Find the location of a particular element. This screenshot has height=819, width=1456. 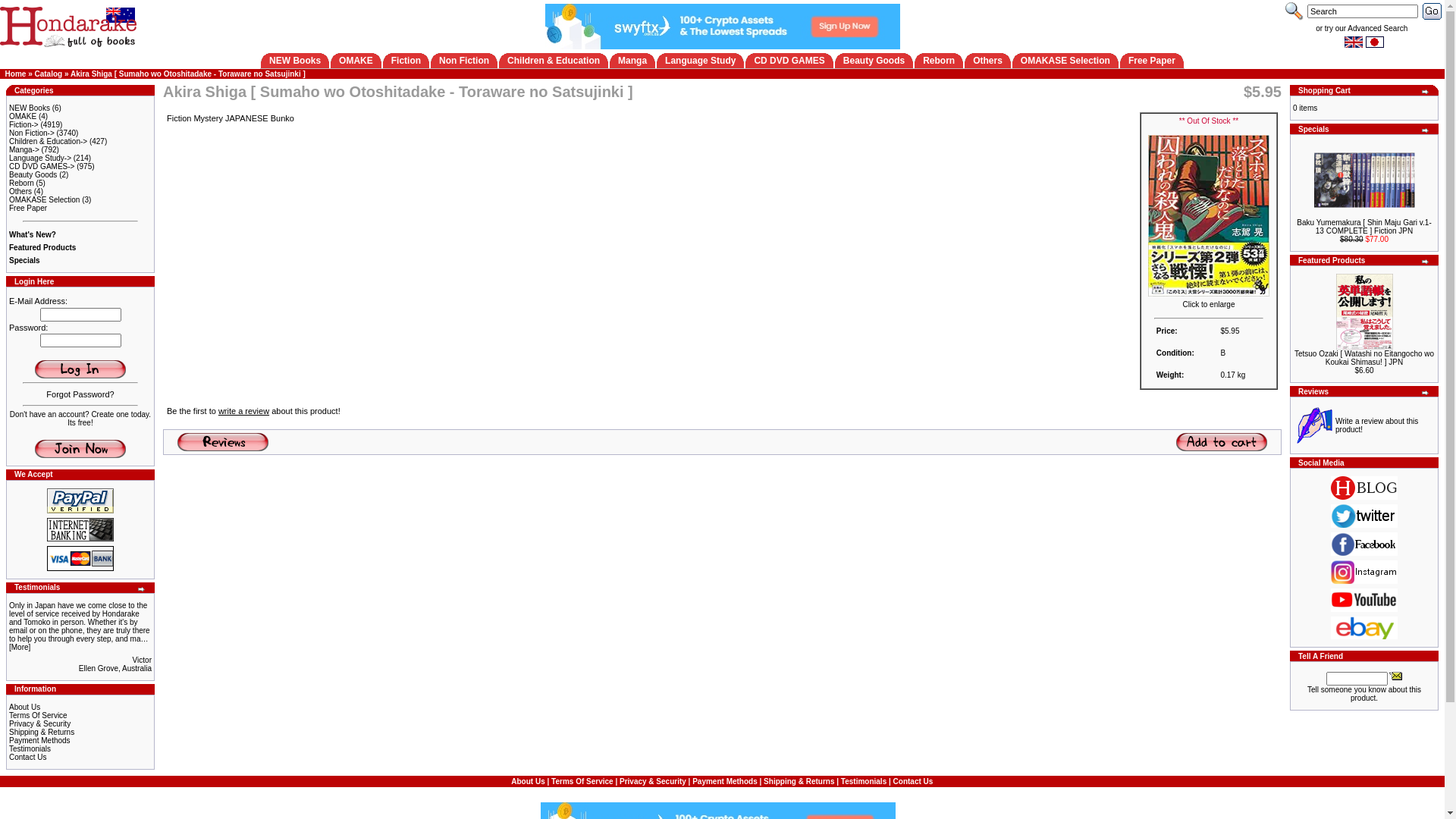

'or try our Advanced Search' is located at coordinates (1314, 28).